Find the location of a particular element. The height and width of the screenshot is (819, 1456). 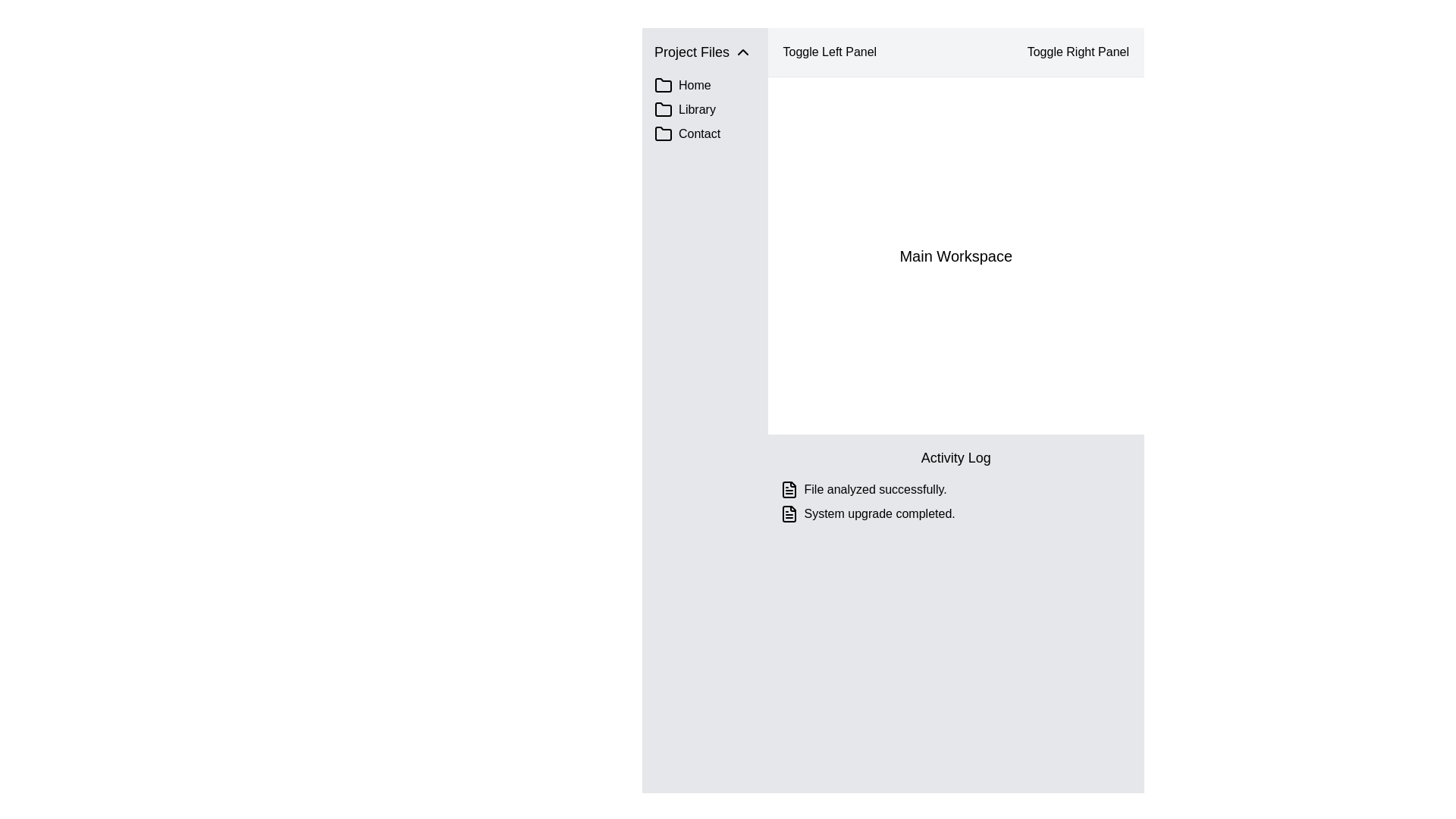

the document or file icon in the 'Activity Log' section, located near the text 'File analyzed successfully' is located at coordinates (789, 513).